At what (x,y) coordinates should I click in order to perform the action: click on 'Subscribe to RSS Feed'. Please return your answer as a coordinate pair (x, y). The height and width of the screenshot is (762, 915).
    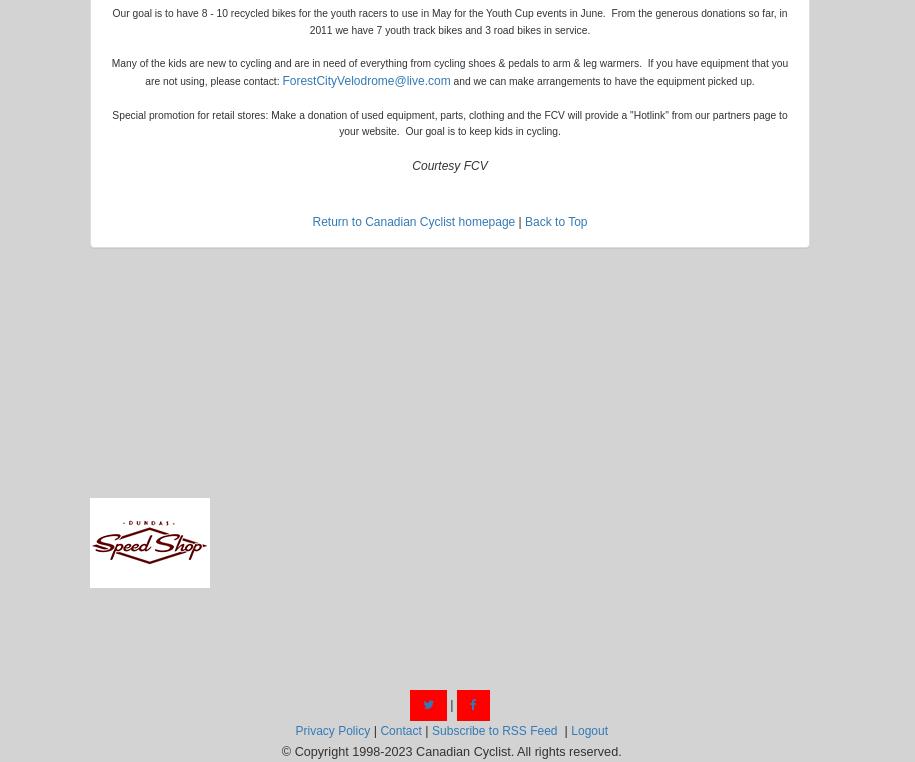
    Looking at the image, I should click on (431, 730).